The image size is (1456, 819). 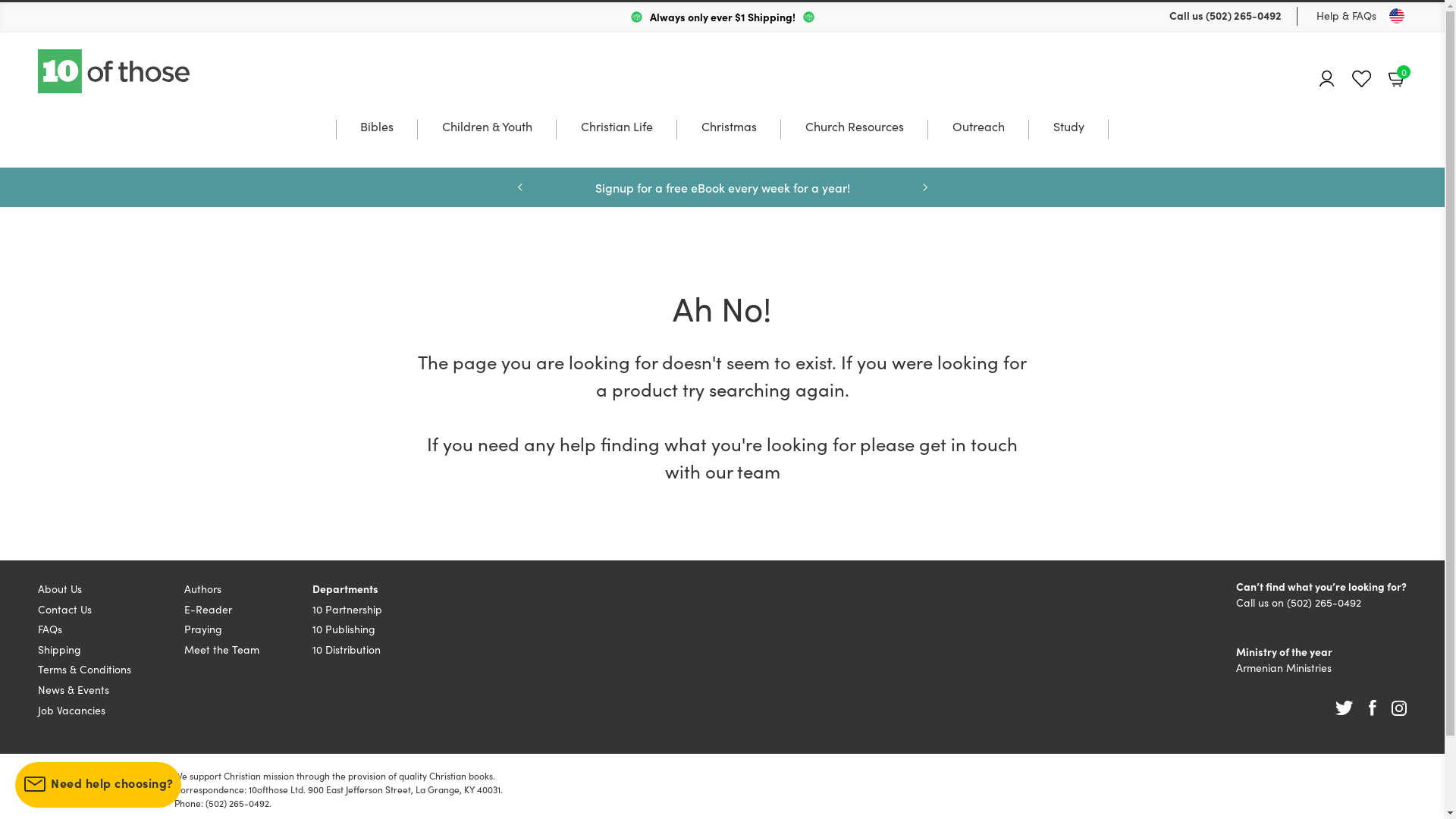 What do you see at coordinates (1398, 708) in the screenshot?
I see `'Instagram'` at bounding box center [1398, 708].